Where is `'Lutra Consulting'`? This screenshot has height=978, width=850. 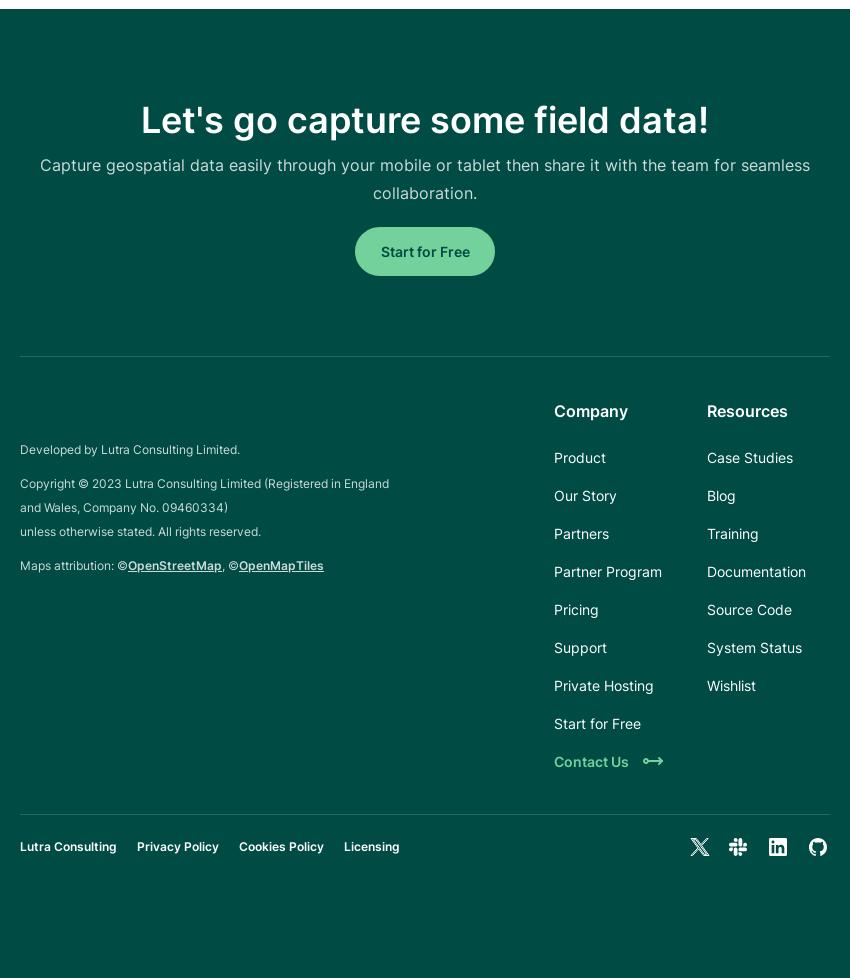 'Lutra Consulting' is located at coordinates (68, 845).